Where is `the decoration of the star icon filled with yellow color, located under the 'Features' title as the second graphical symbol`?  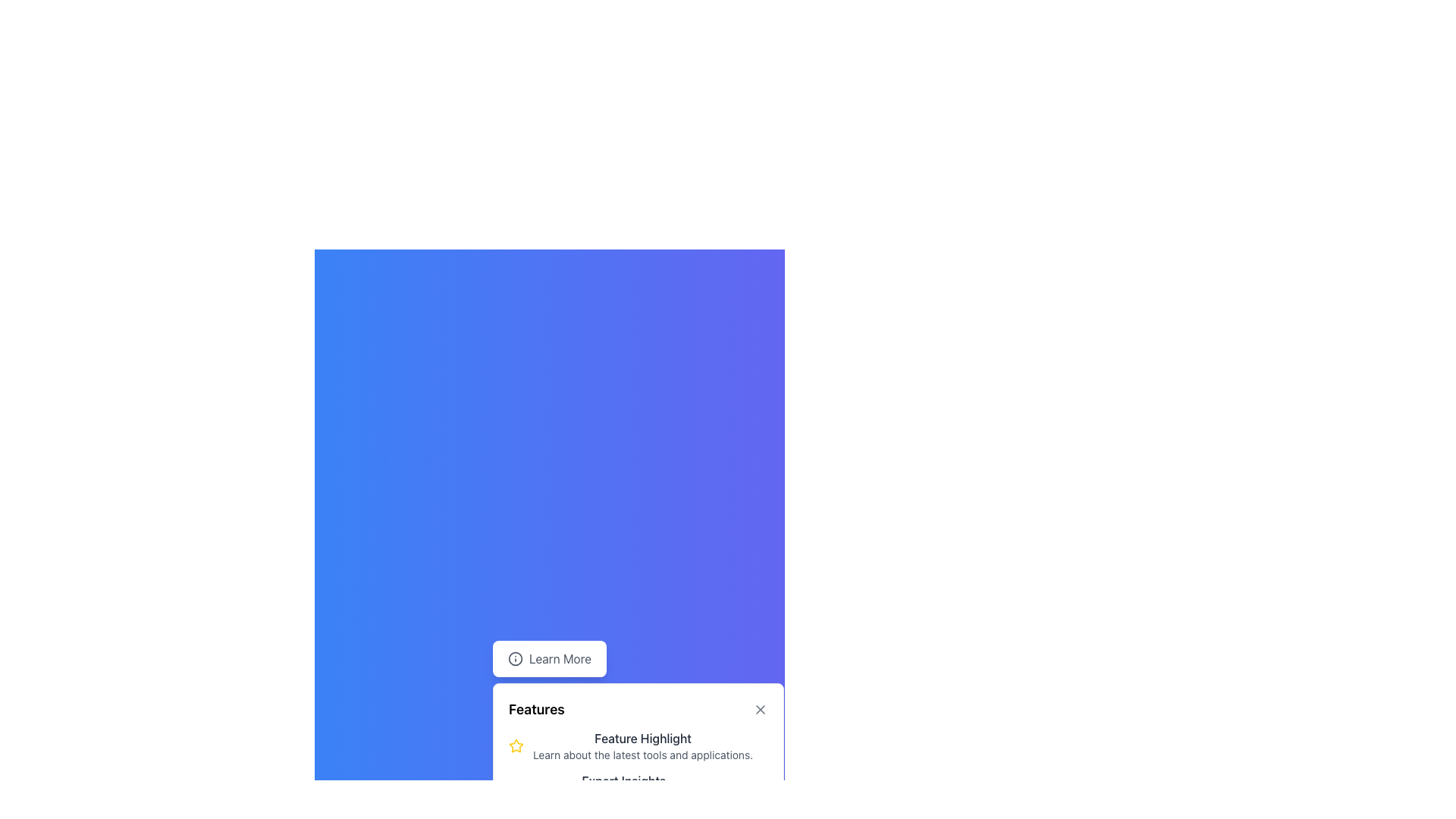
the decoration of the star icon filled with yellow color, located under the 'Features' title as the second graphical symbol is located at coordinates (516, 787).